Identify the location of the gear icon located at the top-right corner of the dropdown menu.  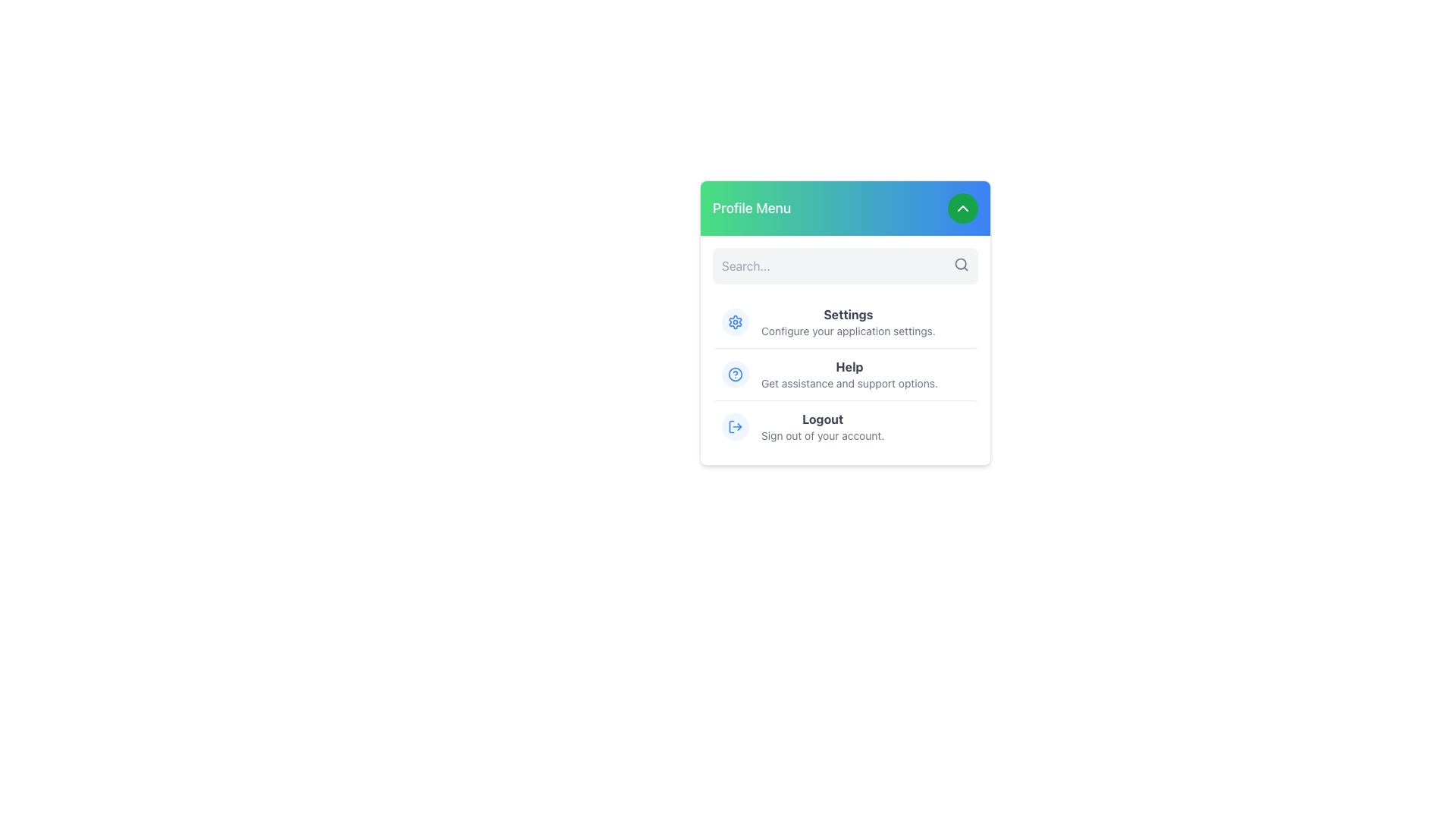
(735, 321).